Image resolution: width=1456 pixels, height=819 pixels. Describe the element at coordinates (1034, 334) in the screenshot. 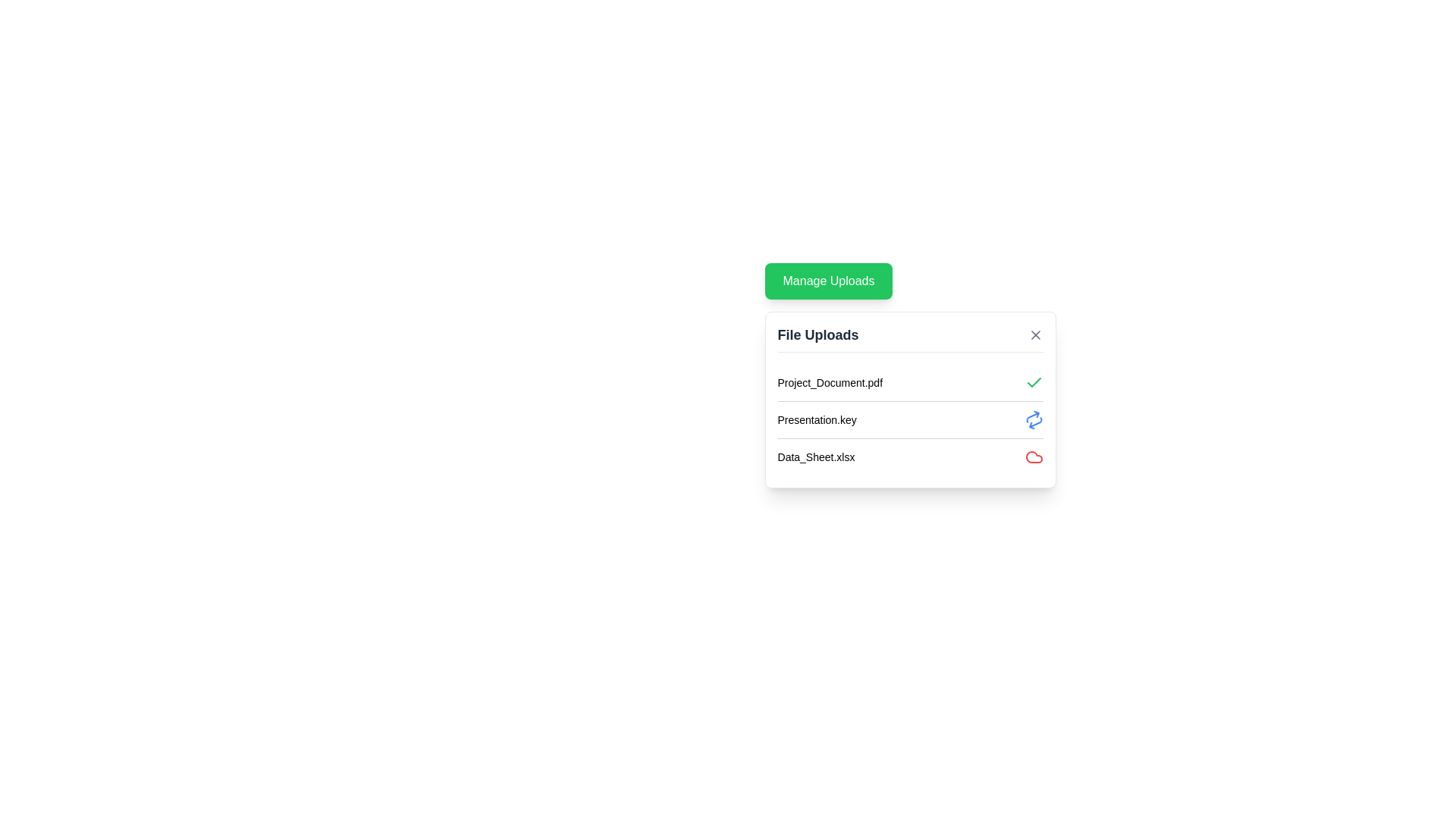

I see `the interactive button` at that location.